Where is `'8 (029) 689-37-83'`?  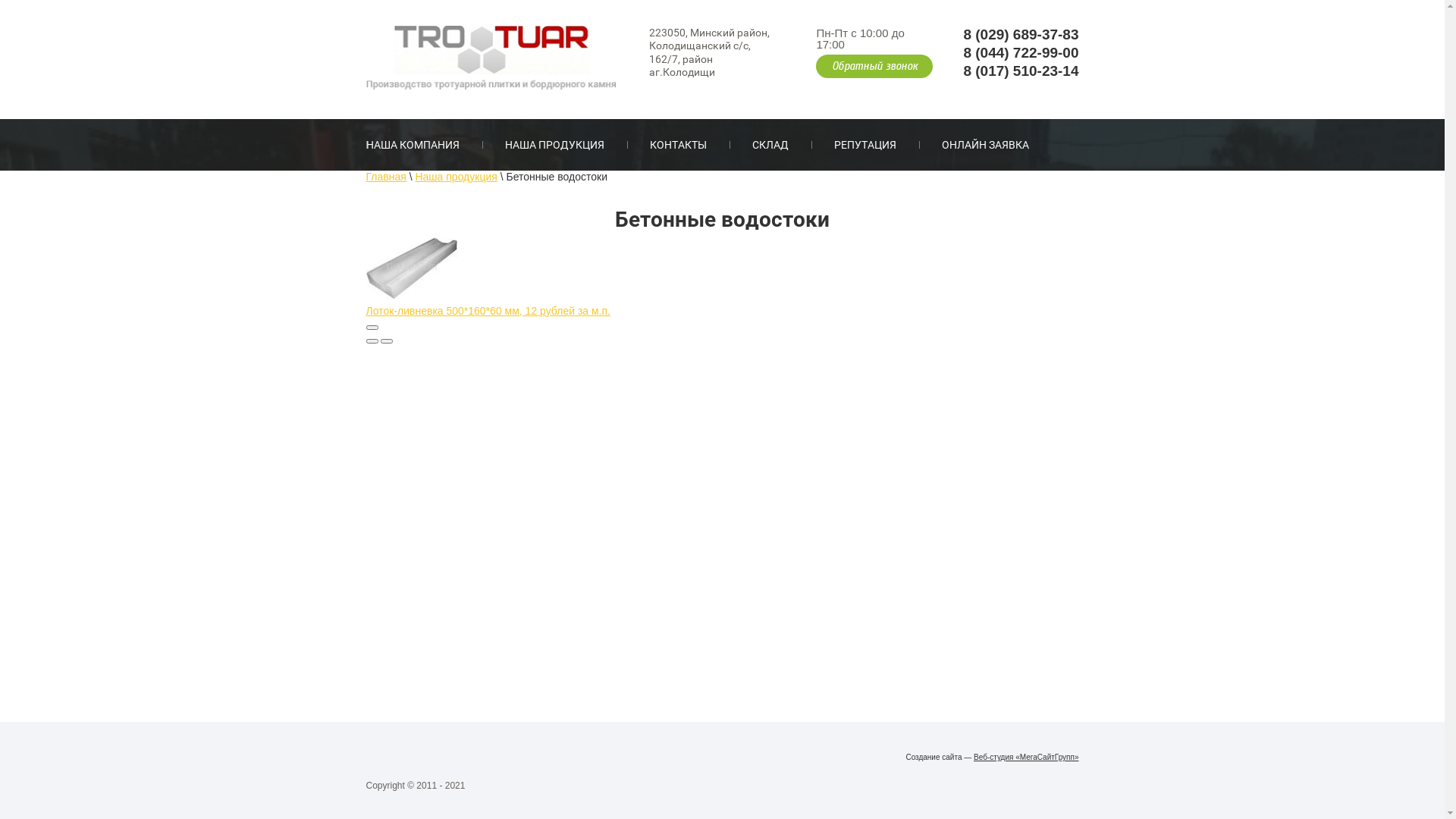 '8 (029) 689-37-83' is located at coordinates (1020, 34).